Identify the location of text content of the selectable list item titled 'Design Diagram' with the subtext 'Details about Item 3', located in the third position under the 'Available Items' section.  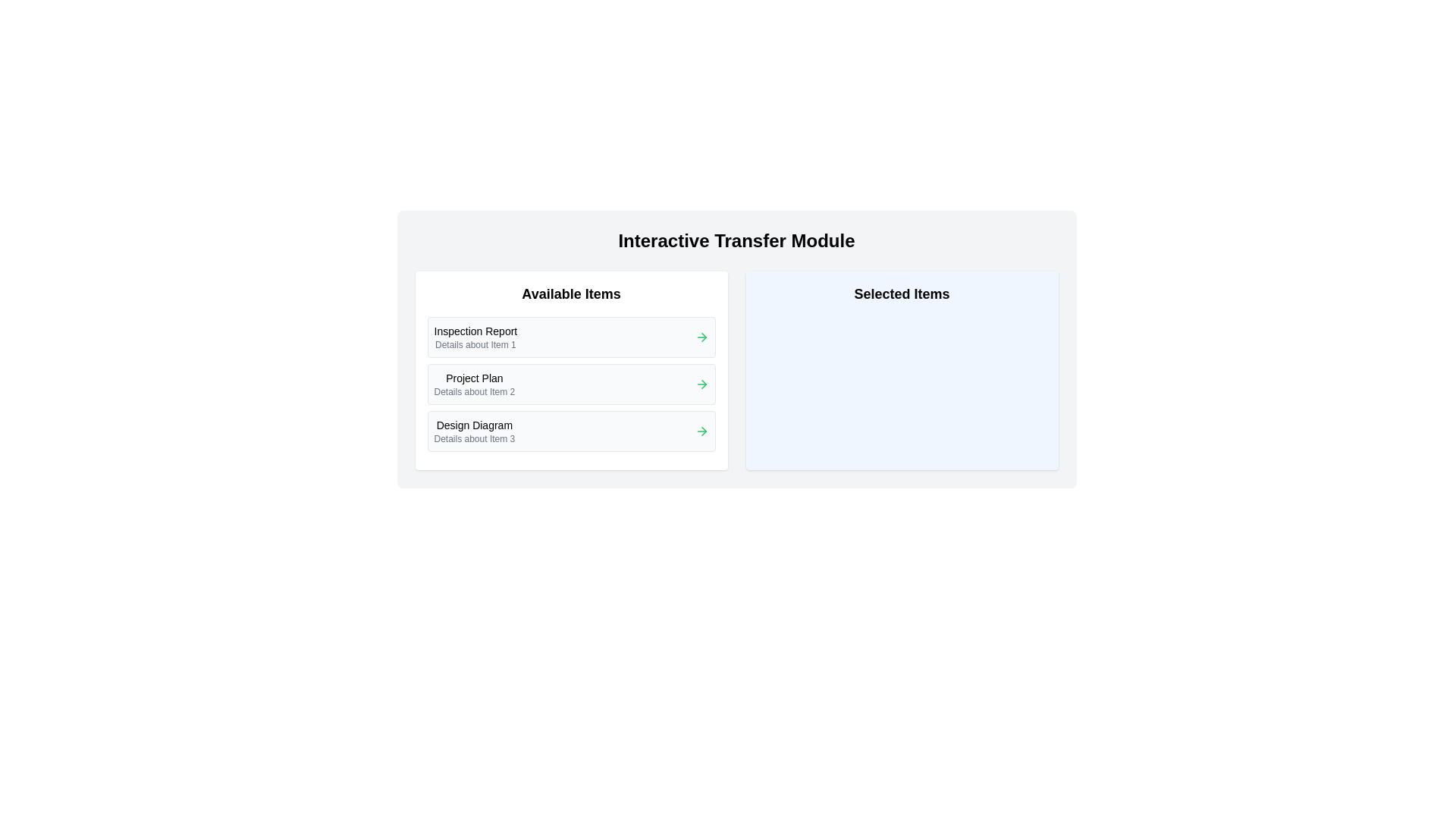
(570, 431).